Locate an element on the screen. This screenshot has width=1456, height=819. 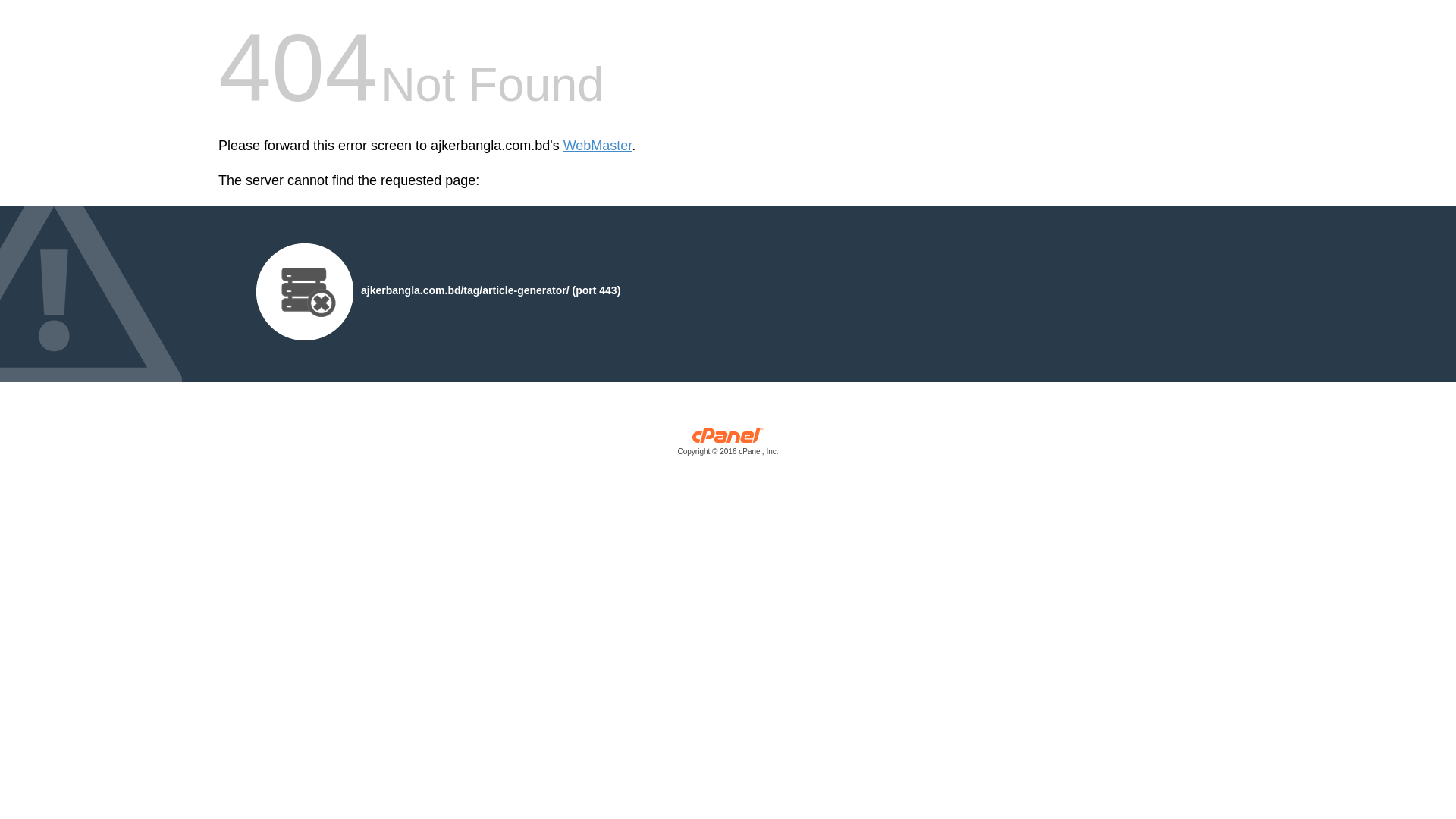
'WebMaster' is located at coordinates (597, 146).